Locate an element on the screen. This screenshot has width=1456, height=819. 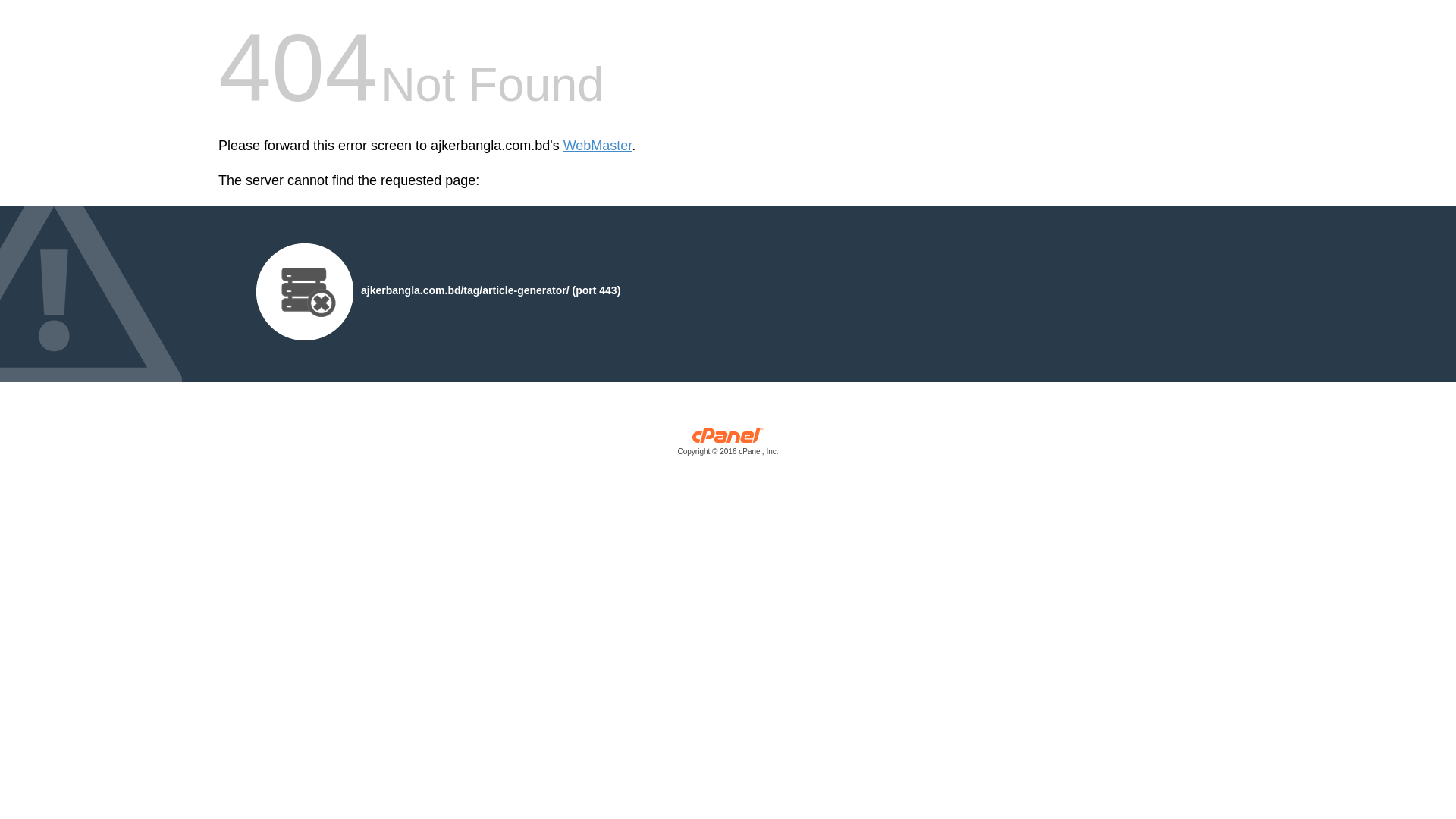
'WebMaster' is located at coordinates (597, 146).